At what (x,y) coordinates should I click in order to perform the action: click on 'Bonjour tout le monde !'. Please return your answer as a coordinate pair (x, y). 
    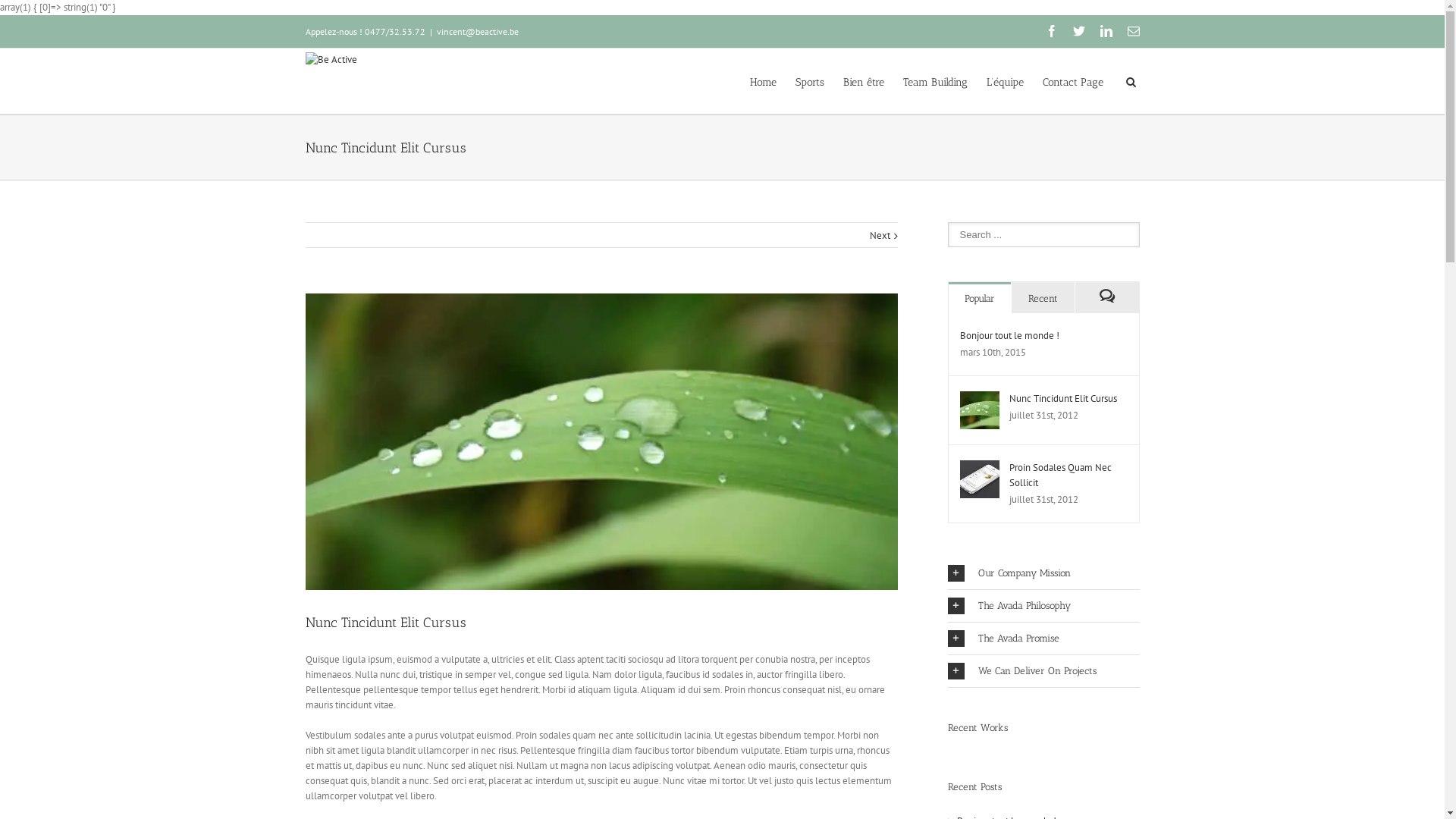
    Looking at the image, I should click on (1009, 334).